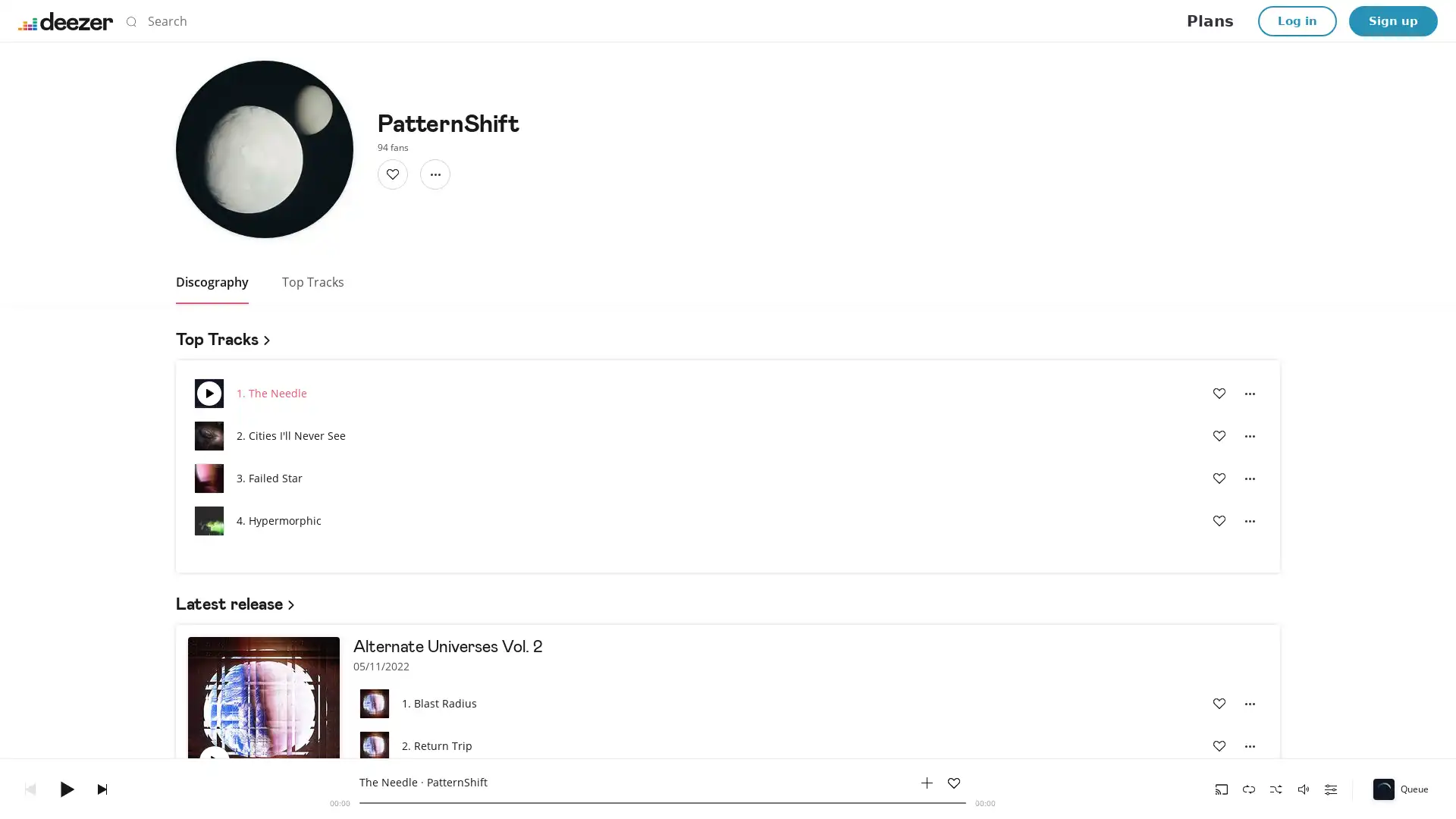 This screenshot has height=819, width=1456. What do you see at coordinates (1401, 788) in the screenshot?
I see `Queue` at bounding box center [1401, 788].